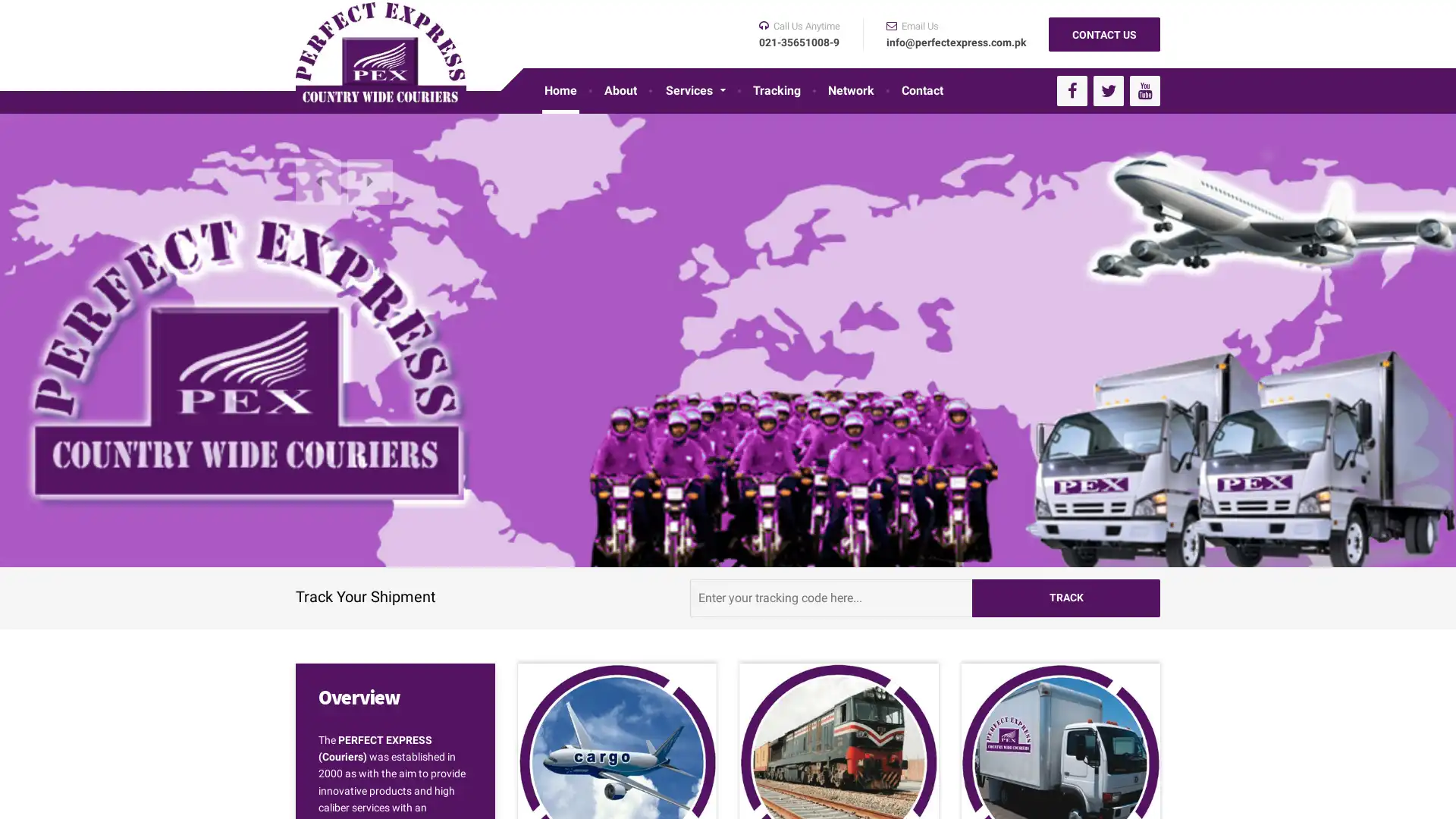 The image size is (1456, 819). I want to click on TRACK, so click(1065, 596).